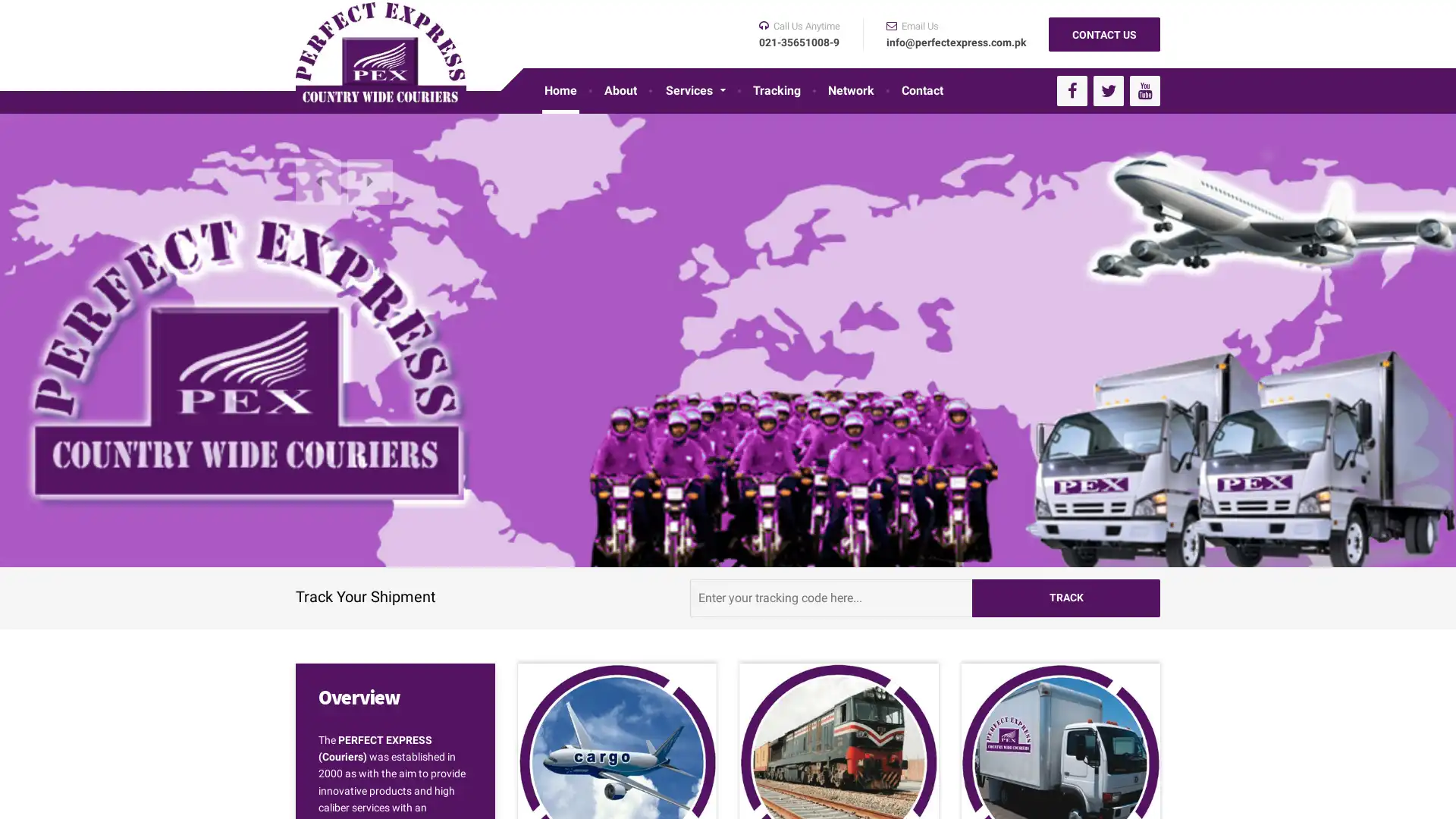 The image size is (1456, 819). I want to click on TRACK, so click(1065, 596).